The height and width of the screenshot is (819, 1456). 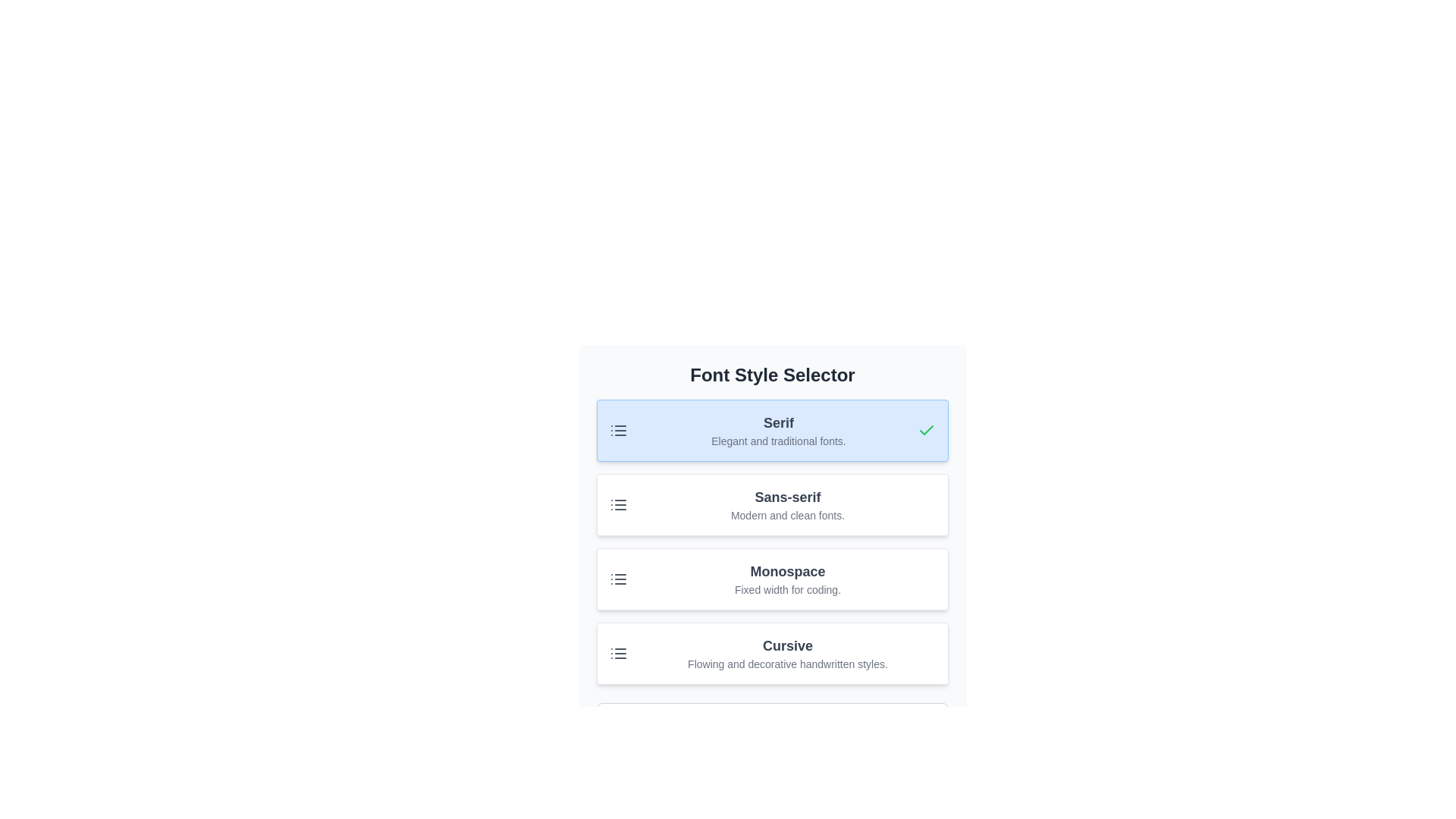 What do you see at coordinates (787, 514) in the screenshot?
I see `the text label stating 'Modern and clean fonts.' located below the bold text 'Sans-serif' in the font selector` at bounding box center [787, 514].